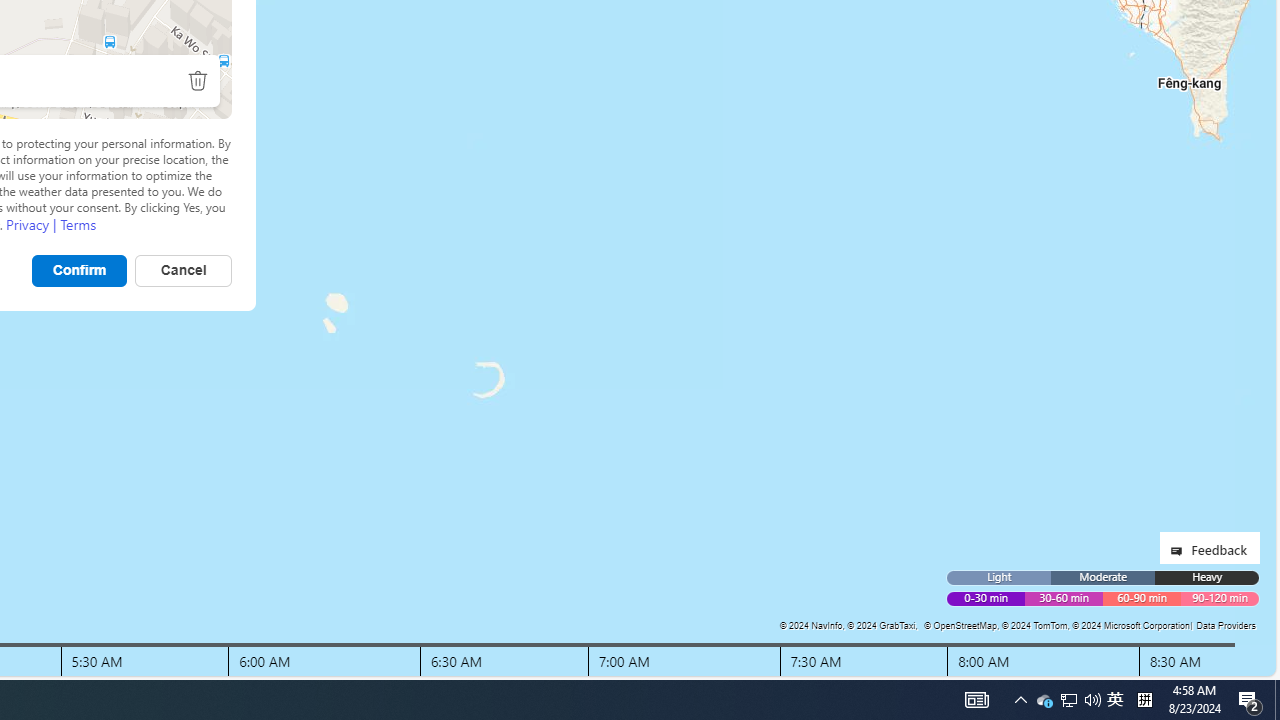  Describe the element at coordinates (1208, 547) in the screenshot. I see `'Feedback'` at that location.